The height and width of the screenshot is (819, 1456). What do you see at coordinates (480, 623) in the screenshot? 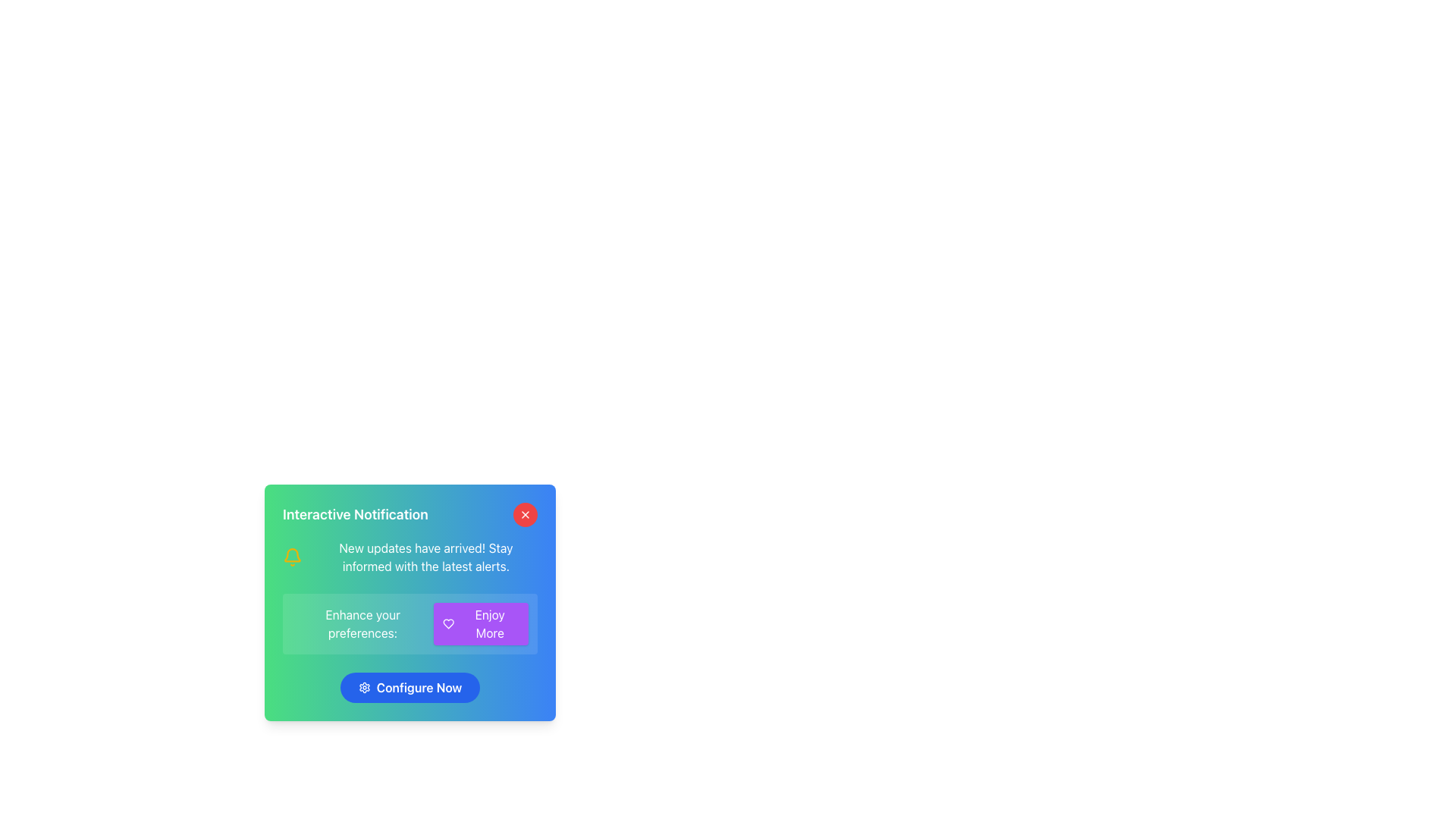
I see `the purple button labeled 'Enjoy More' with a heart icon` at bounding box center [480, 623].